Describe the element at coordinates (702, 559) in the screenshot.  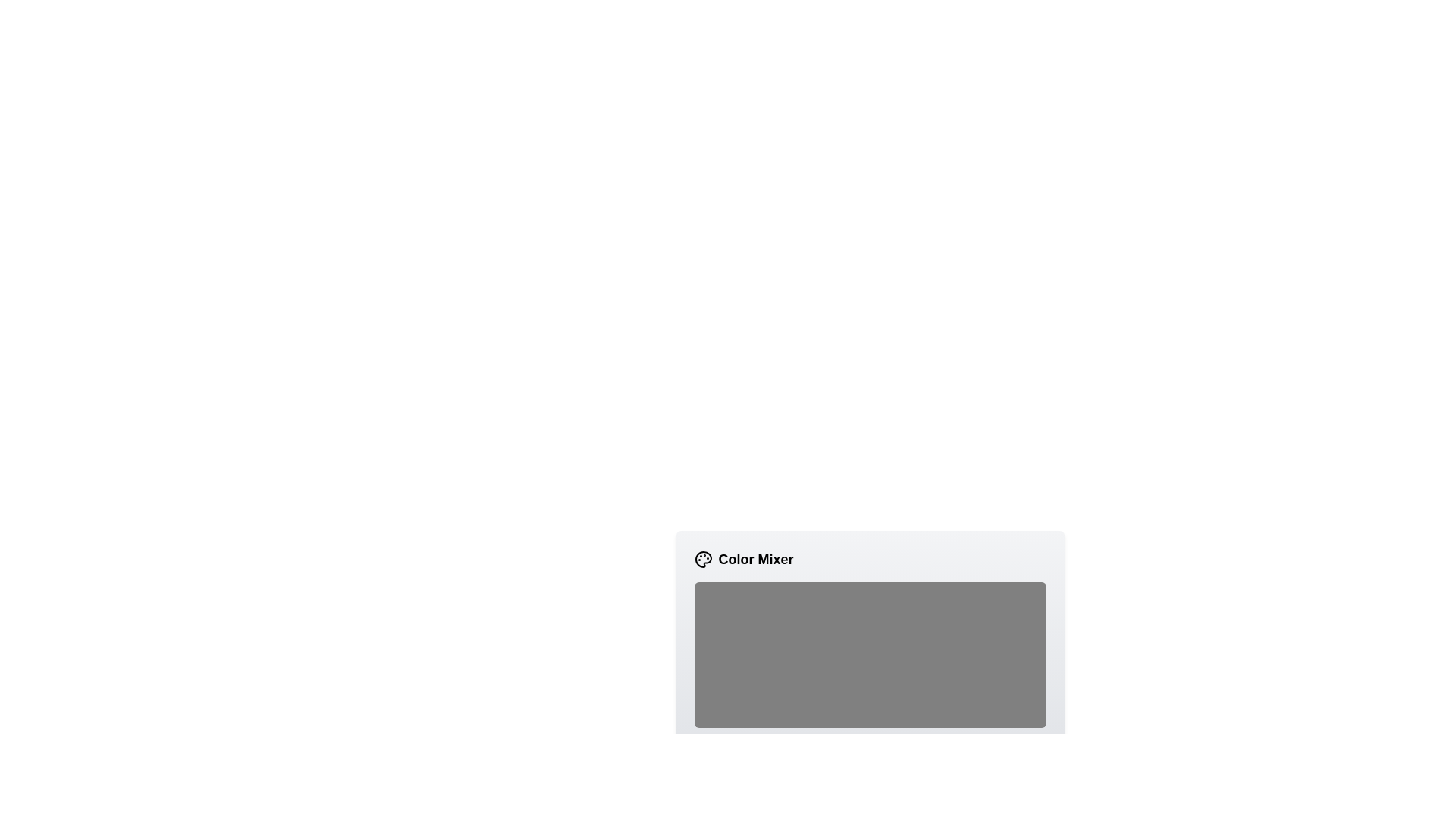
I see `the color palette icon located in the top left corner of the 'Color Mixer' section` at that location.